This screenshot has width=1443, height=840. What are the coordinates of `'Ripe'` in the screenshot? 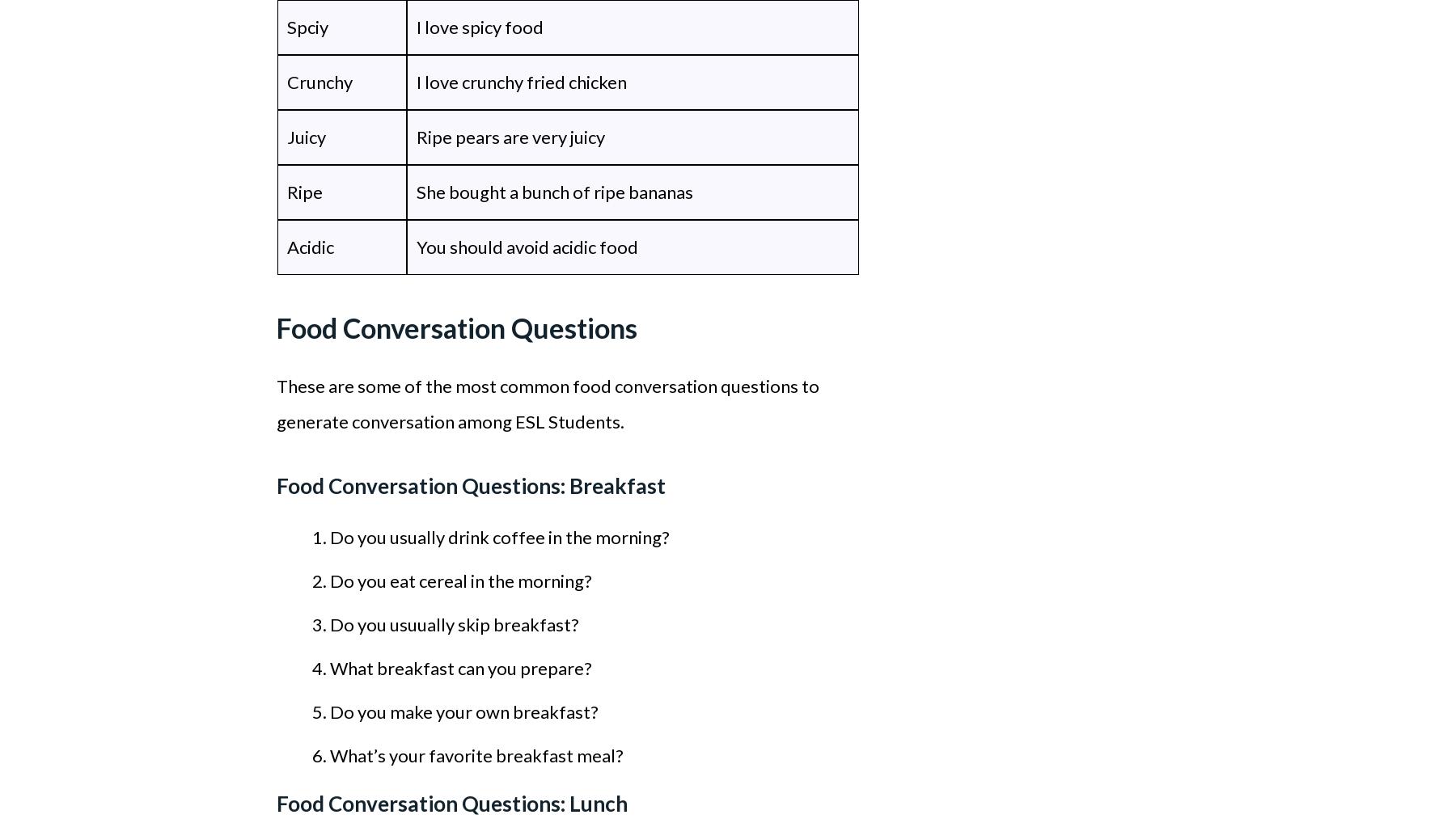 It's located at (303, 192).